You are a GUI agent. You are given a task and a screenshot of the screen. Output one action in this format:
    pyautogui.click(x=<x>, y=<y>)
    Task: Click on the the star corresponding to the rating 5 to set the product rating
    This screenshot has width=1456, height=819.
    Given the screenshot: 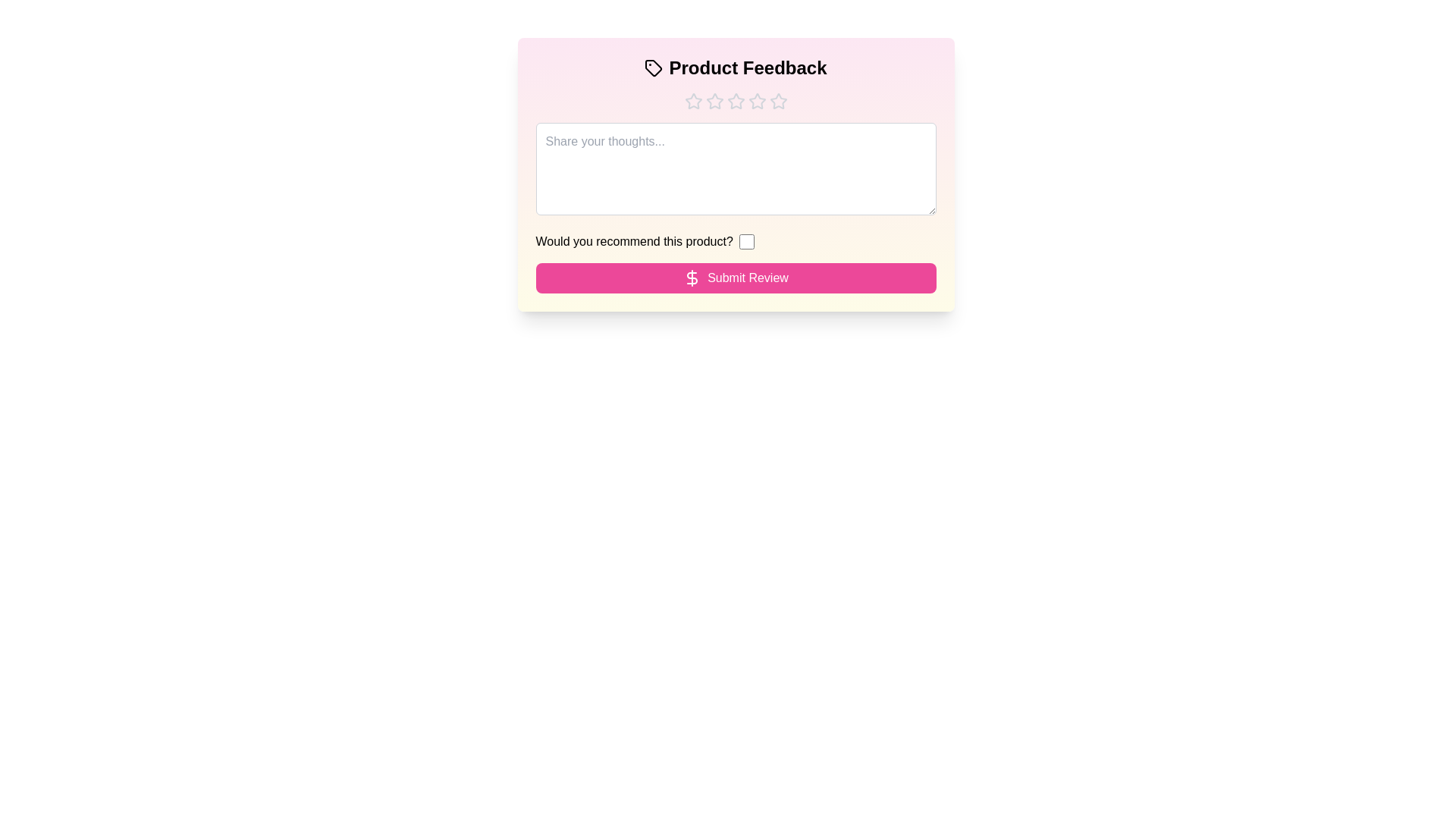 What is the action you would take?
    pyautogui.click(x=778, y=102)
    